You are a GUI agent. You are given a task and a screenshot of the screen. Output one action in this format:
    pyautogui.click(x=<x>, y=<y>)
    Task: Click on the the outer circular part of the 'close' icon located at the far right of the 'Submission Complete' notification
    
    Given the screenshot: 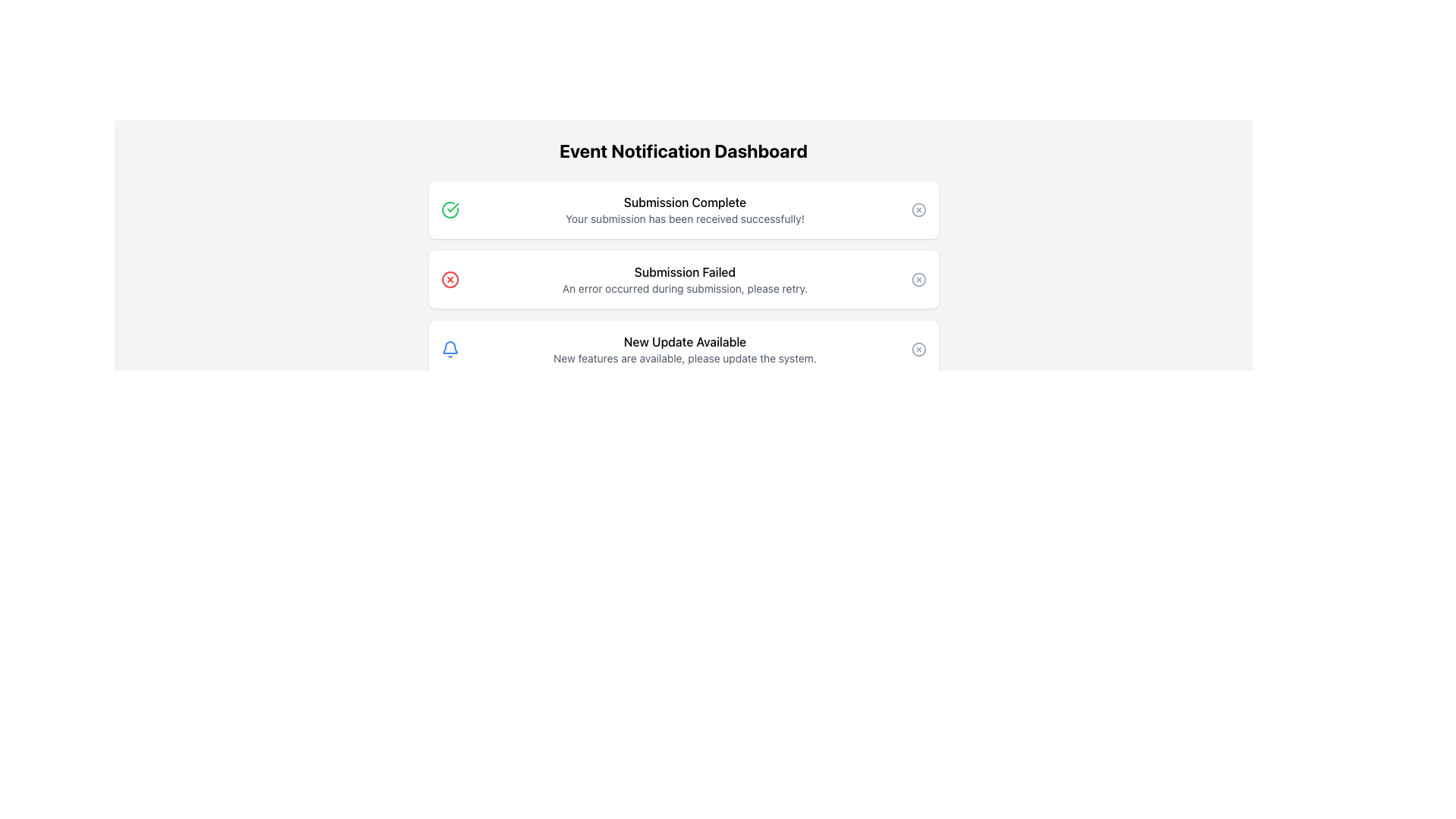 What is the action you would take?
    pyautogui.click(x=918, y=210)
    